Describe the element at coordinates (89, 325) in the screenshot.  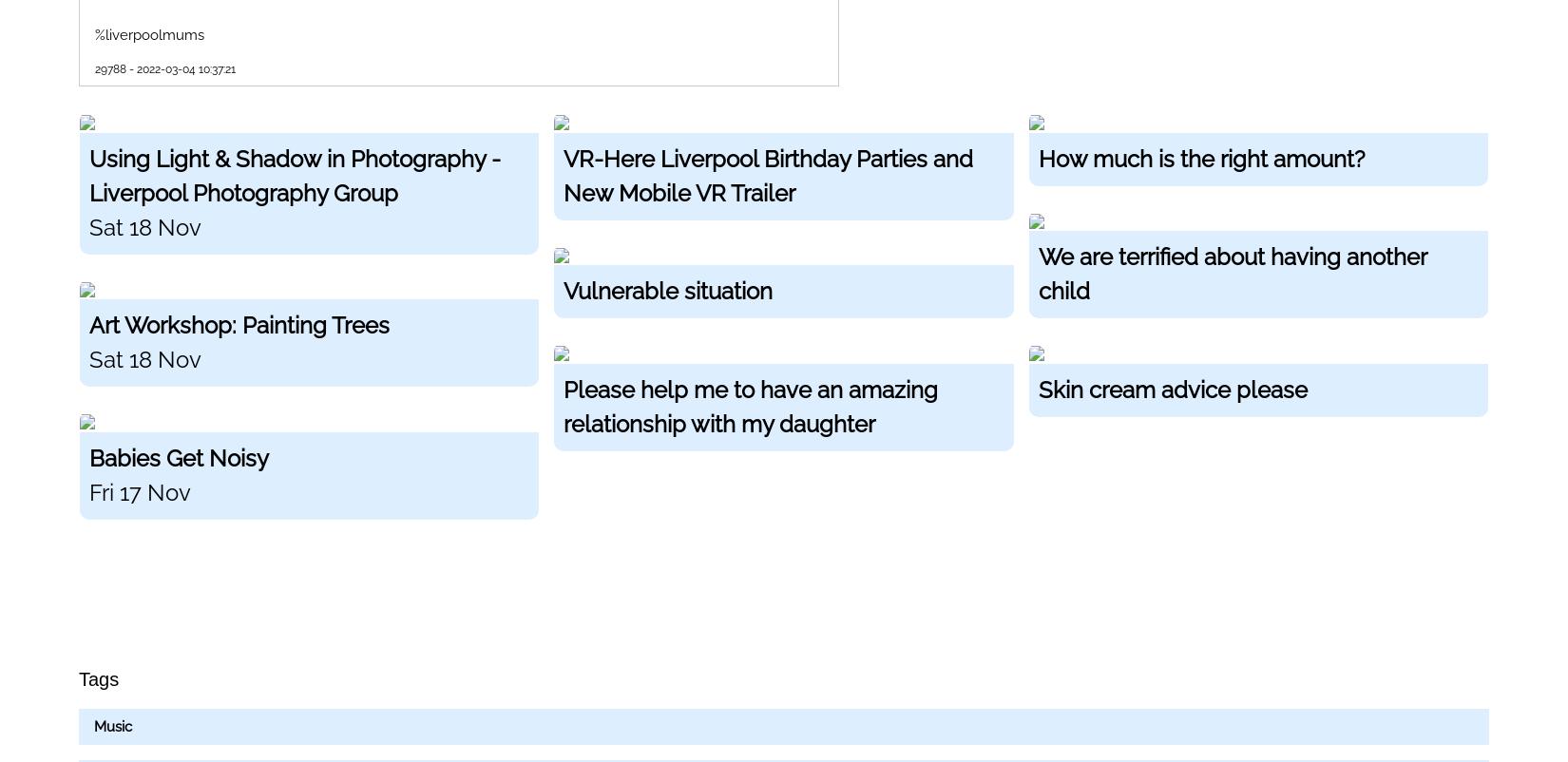
I see `'Art Workshop: Painting Trees'` at that location.